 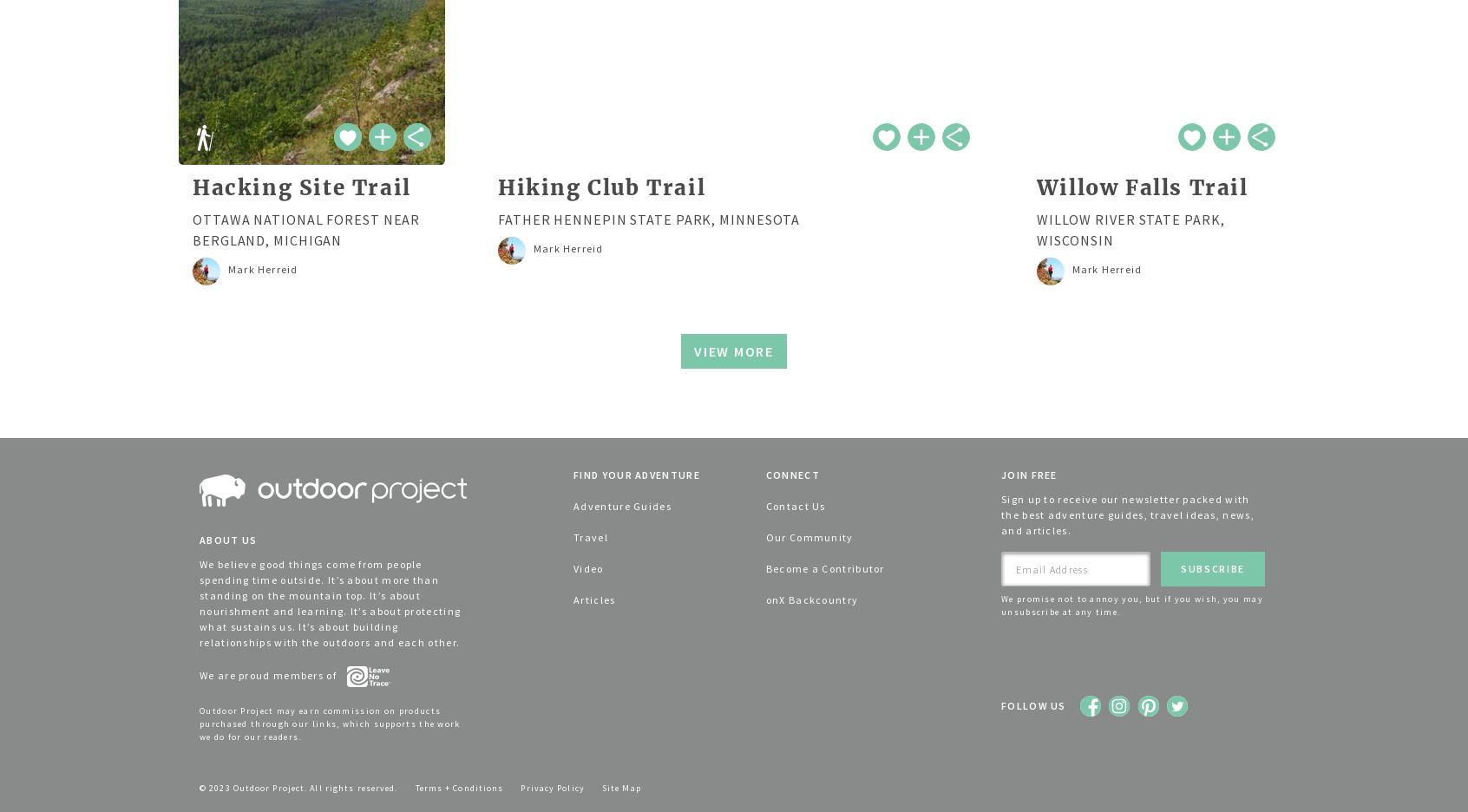 I want to click on 'Outdoor Project may earn commission on products purchased through our links, which supports the work we do for our readers.', so click(x=330, y=723).